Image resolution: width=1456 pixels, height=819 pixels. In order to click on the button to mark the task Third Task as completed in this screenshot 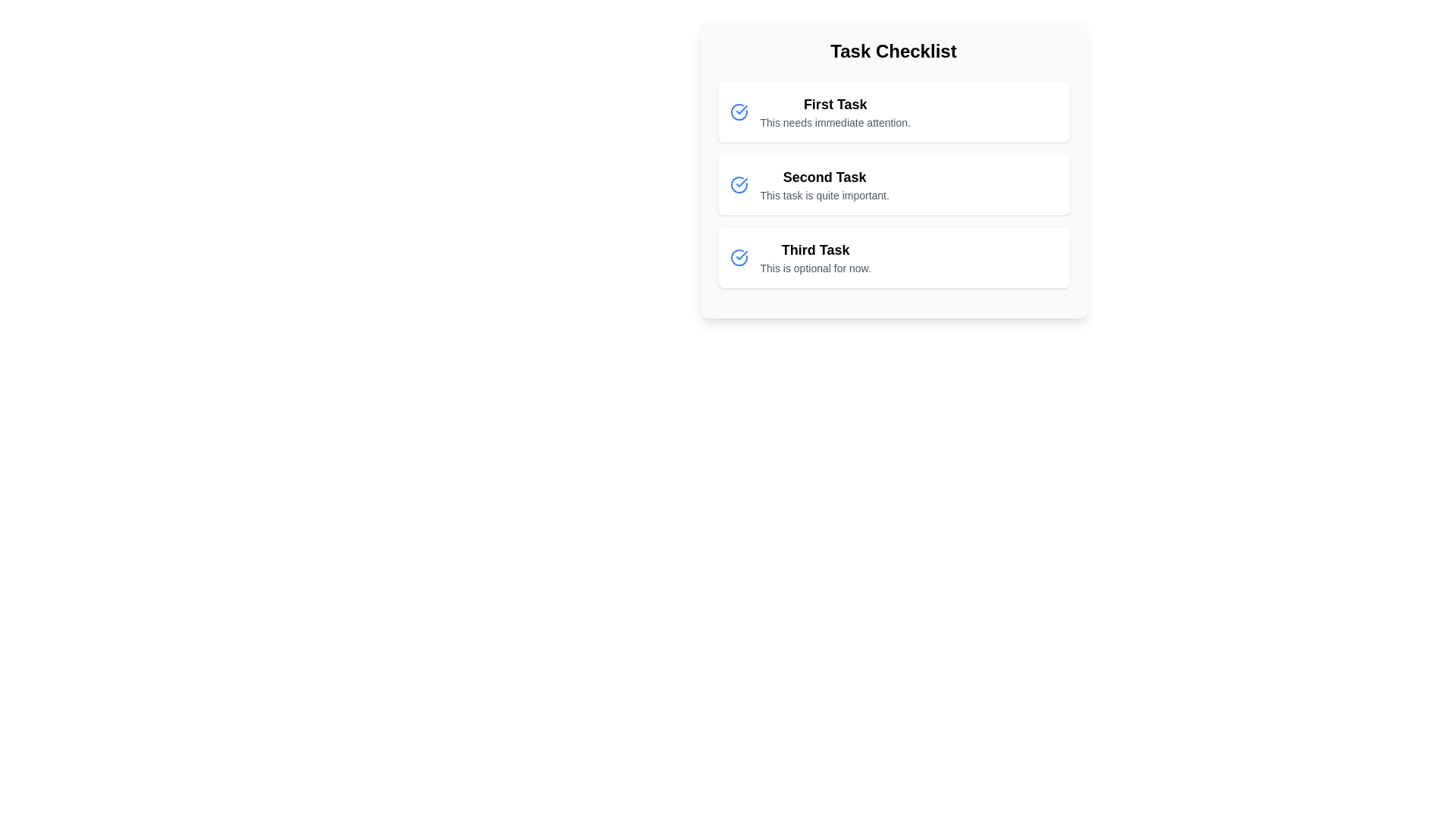, I will do `click(739, 256)`.